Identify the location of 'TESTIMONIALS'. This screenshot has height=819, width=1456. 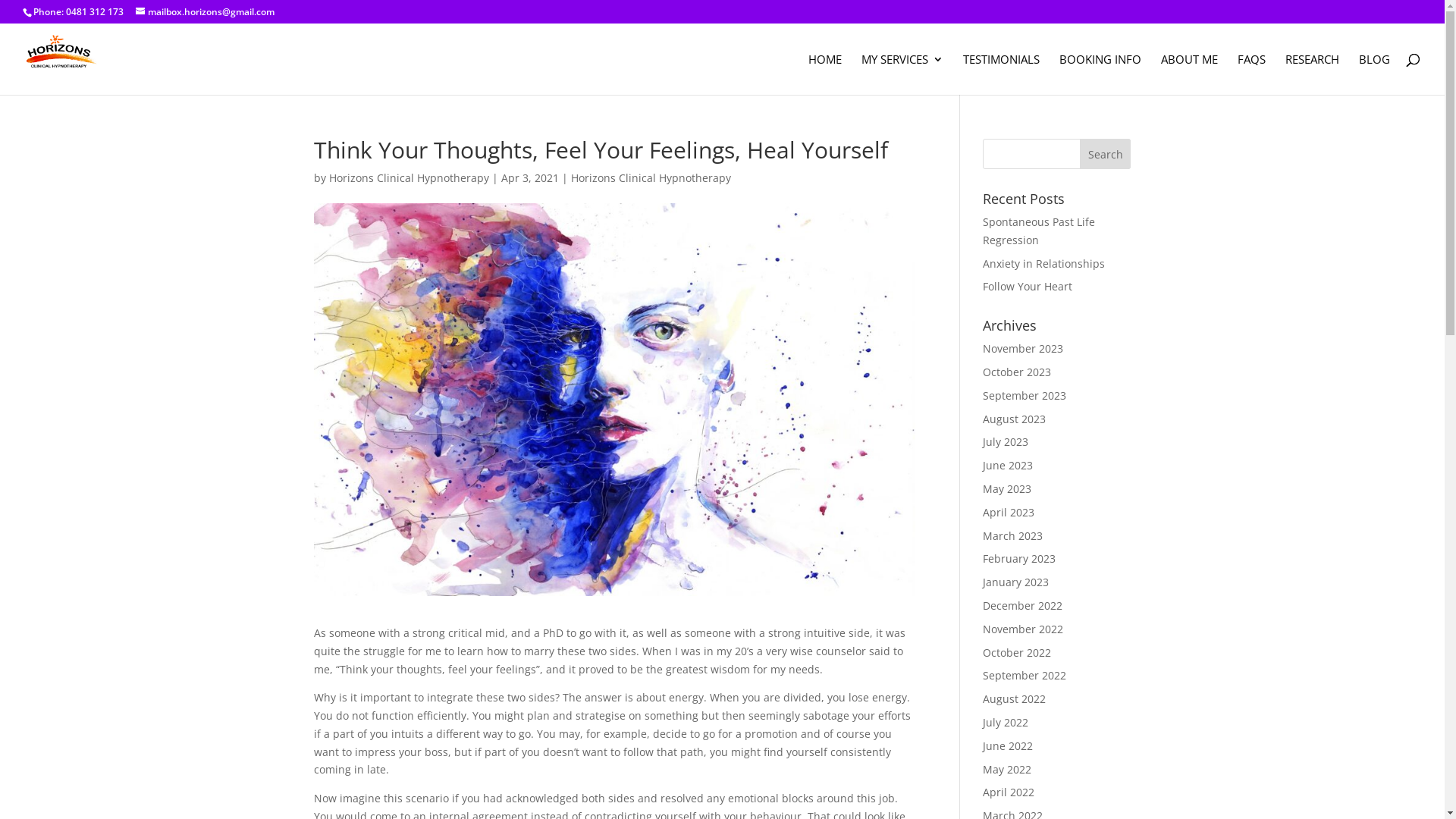
(1001, 74).